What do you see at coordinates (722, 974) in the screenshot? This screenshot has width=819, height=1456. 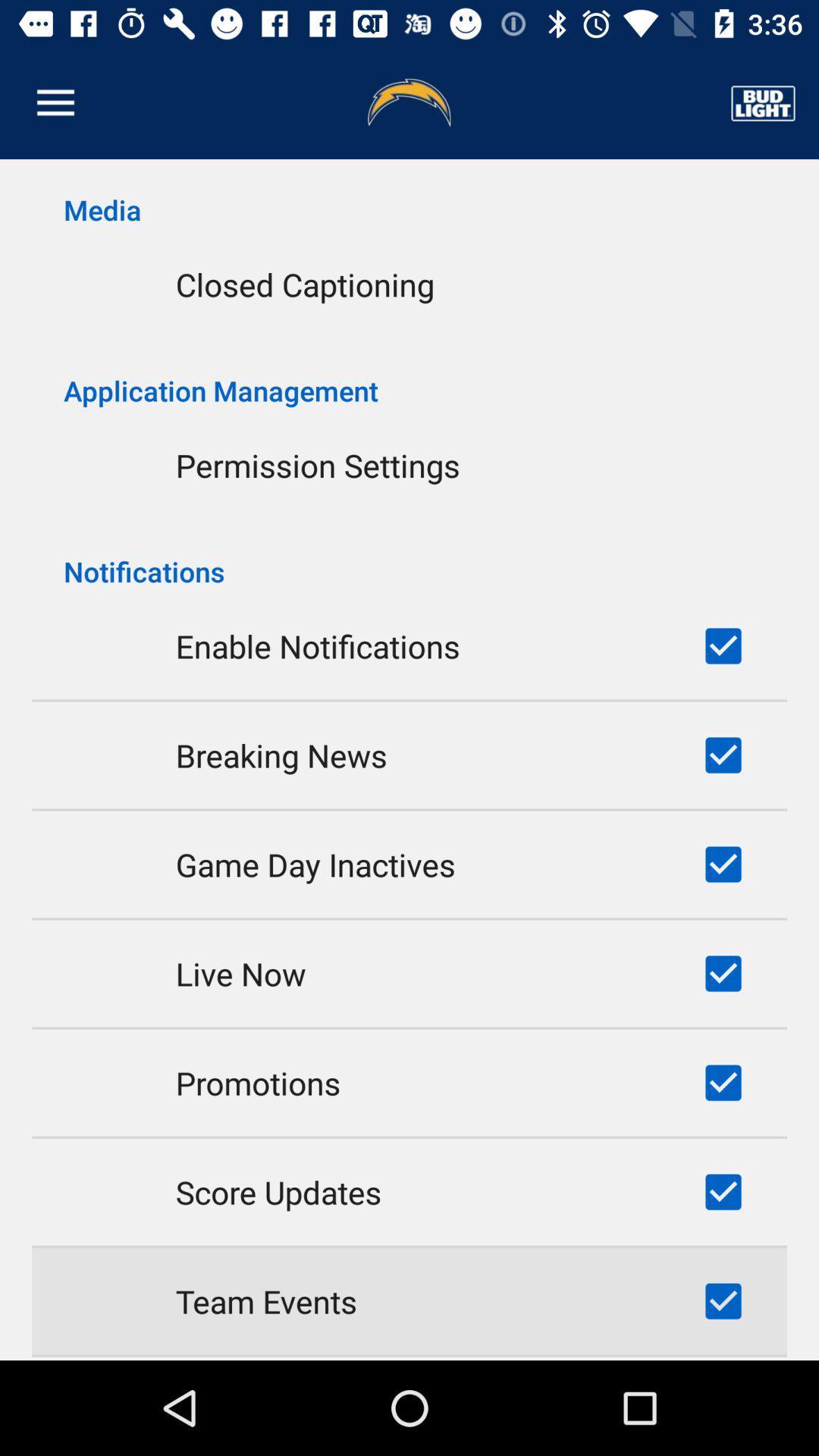 I see `the check box beside live now` at bounding box center [722, 974].